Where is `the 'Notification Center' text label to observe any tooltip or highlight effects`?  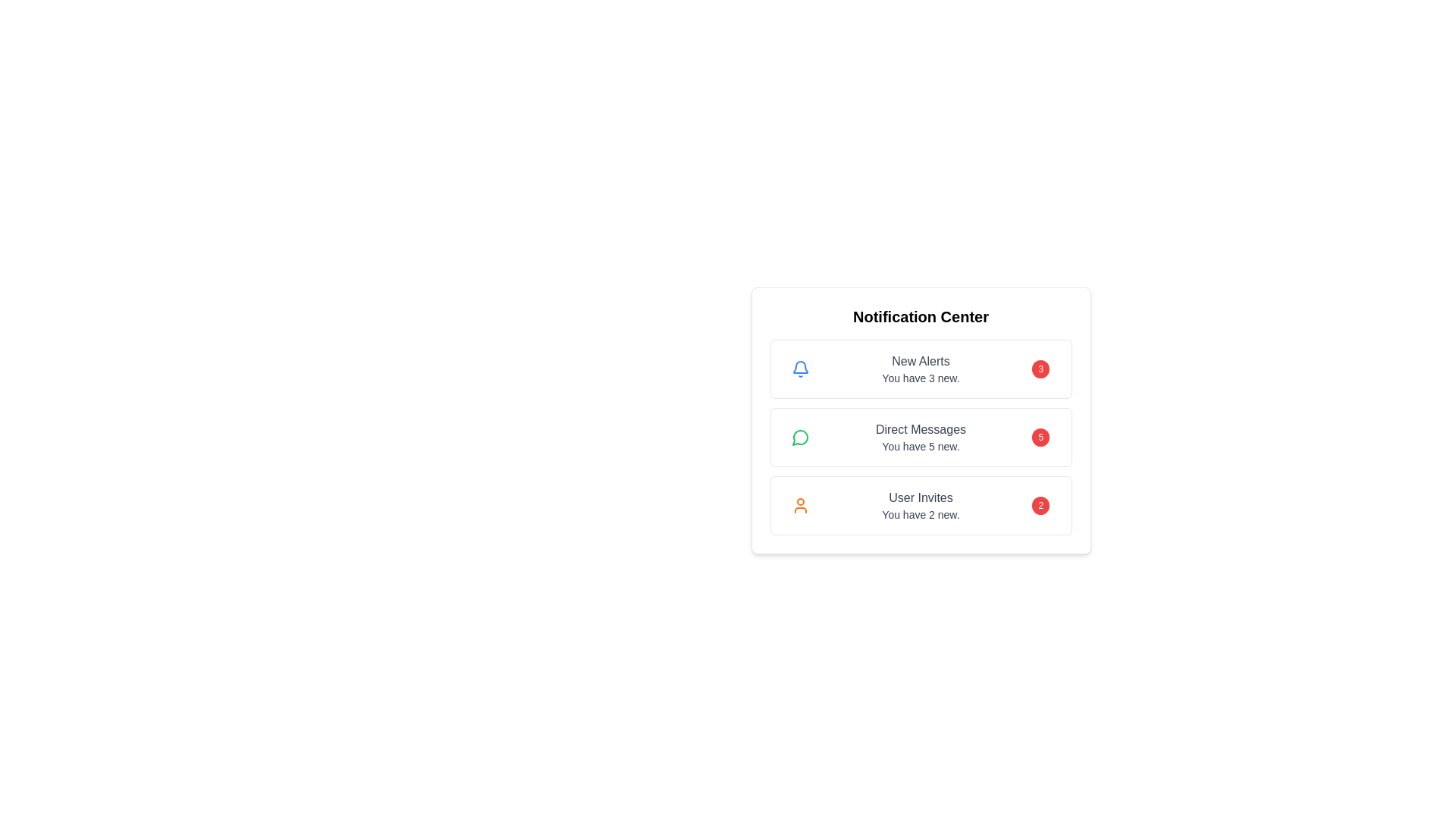
the 'Notification Center' text label to observe any tooltip or highlight effects is located at coordinates (920, 315).